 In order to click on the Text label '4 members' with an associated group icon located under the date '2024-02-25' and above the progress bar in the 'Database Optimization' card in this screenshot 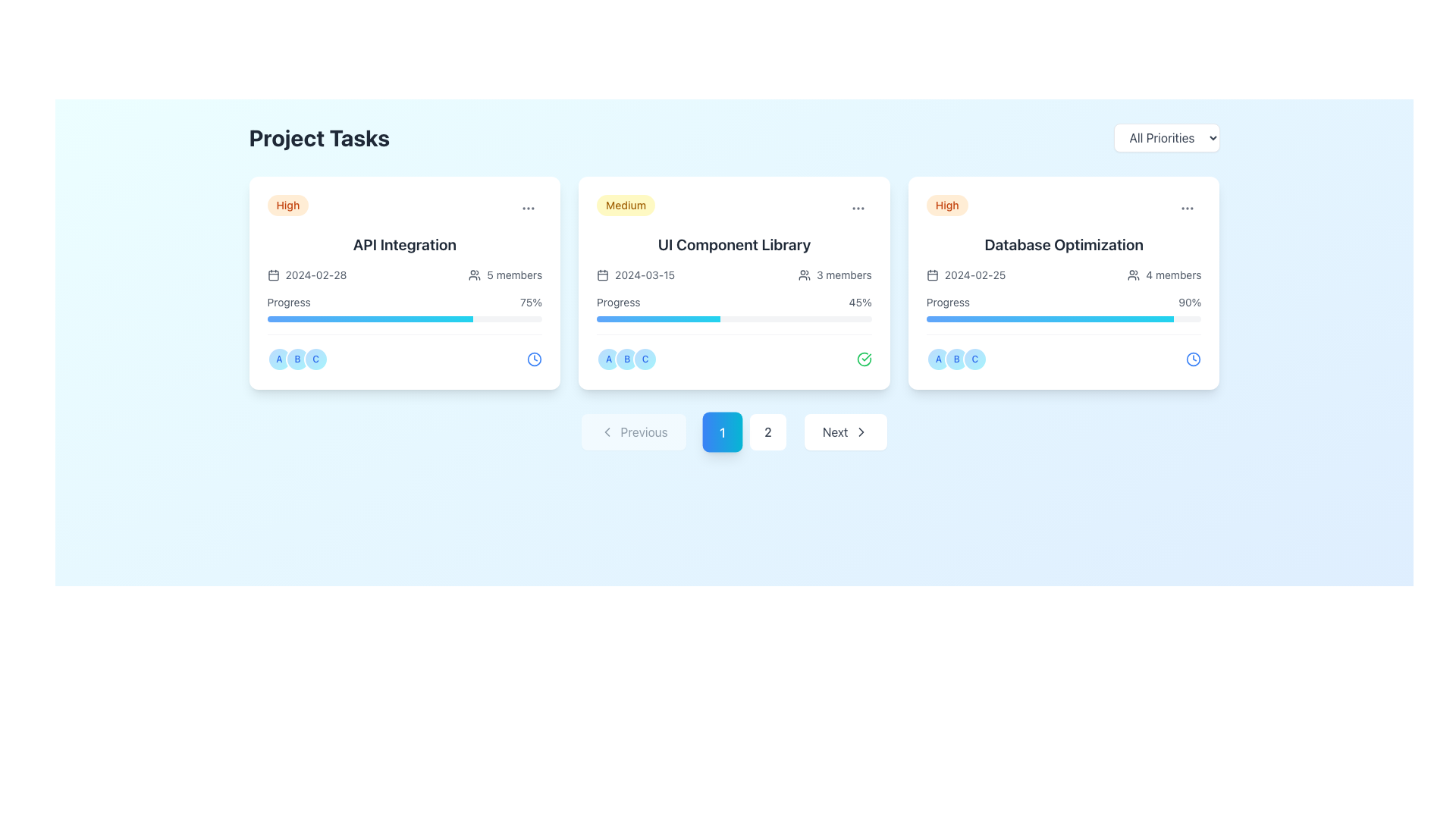, I will do `click(1164, 275)`.